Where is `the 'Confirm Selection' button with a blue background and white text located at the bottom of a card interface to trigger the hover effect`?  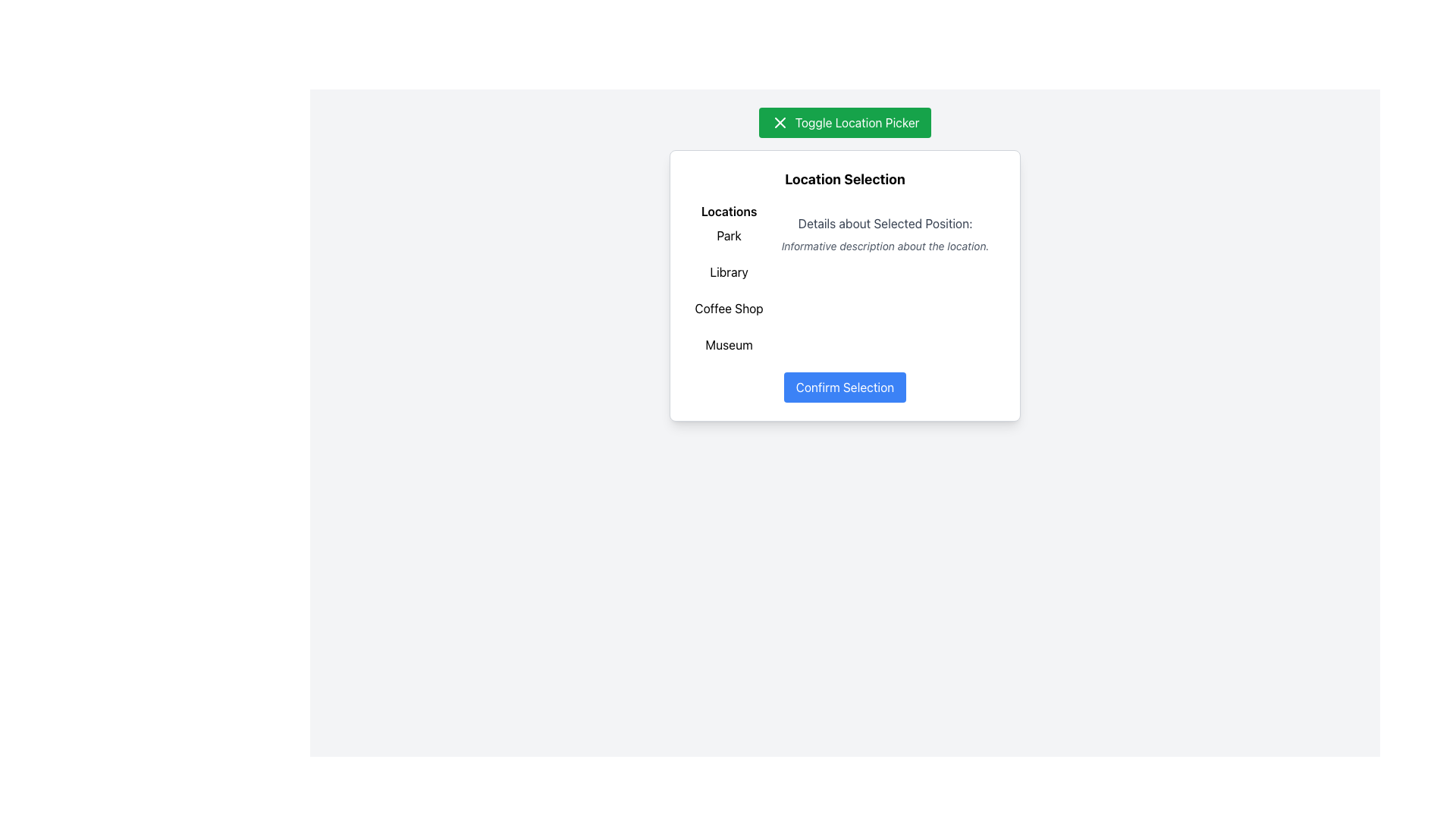 the 'Confirm Selection' button with a blue background and white text located at the bottom of a card interface to trigger the hover effect is located at coordinates (844, 386).